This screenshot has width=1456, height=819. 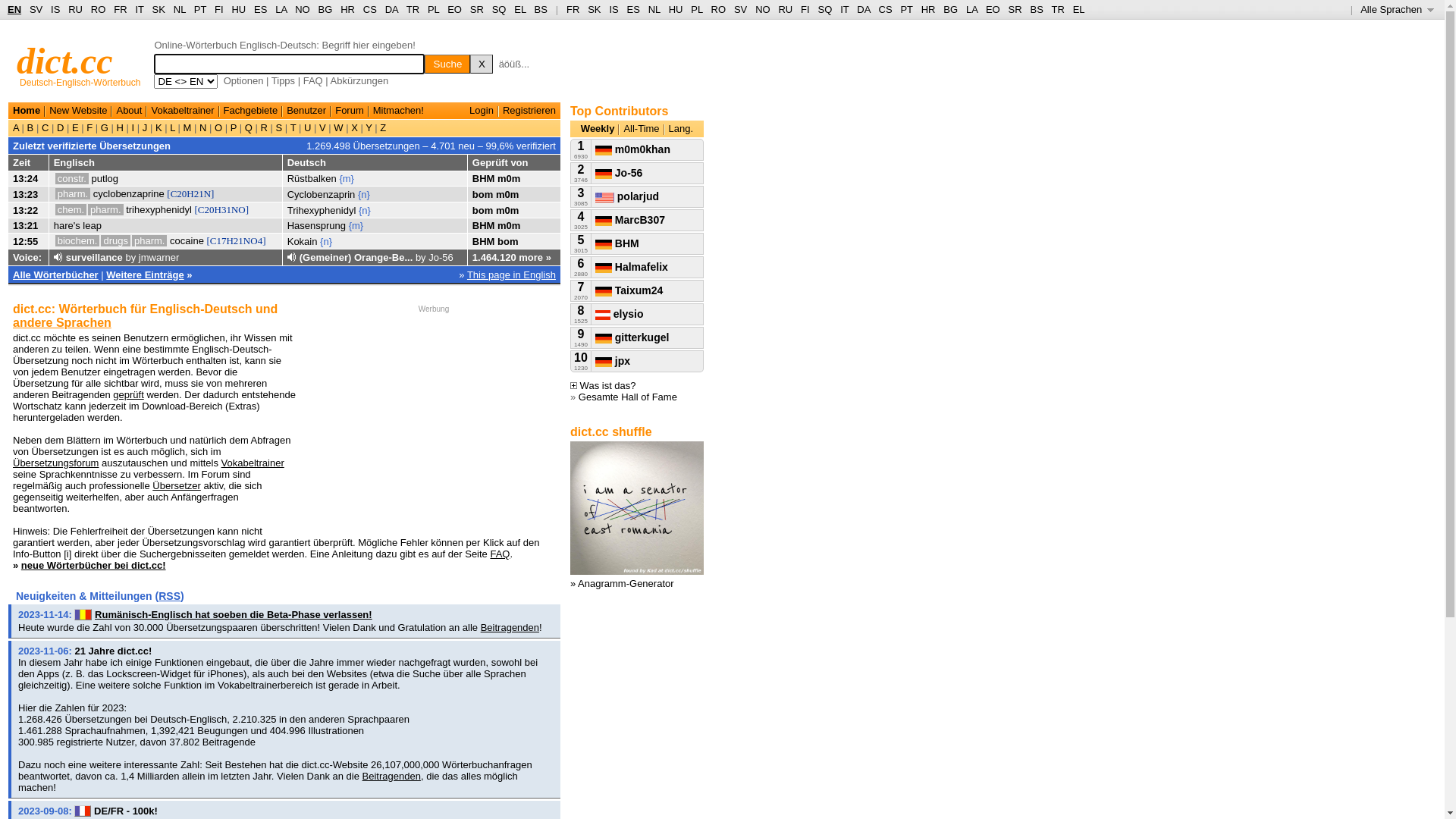 What do you see at coordinates (370, 9) in the screenshot?
I see `'CS'` at bounding box center [370, 9].